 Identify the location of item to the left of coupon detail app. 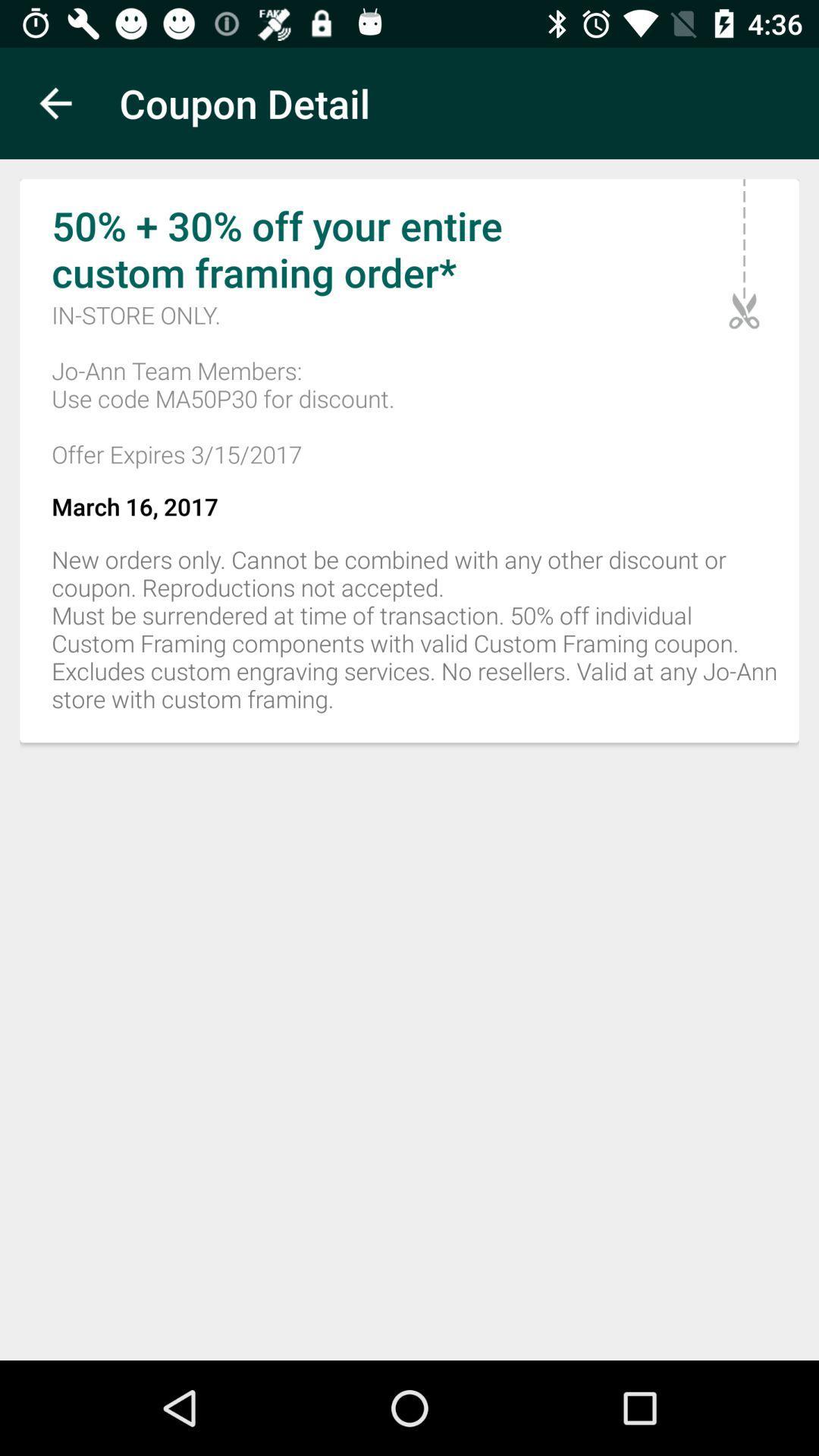
(55, 102).